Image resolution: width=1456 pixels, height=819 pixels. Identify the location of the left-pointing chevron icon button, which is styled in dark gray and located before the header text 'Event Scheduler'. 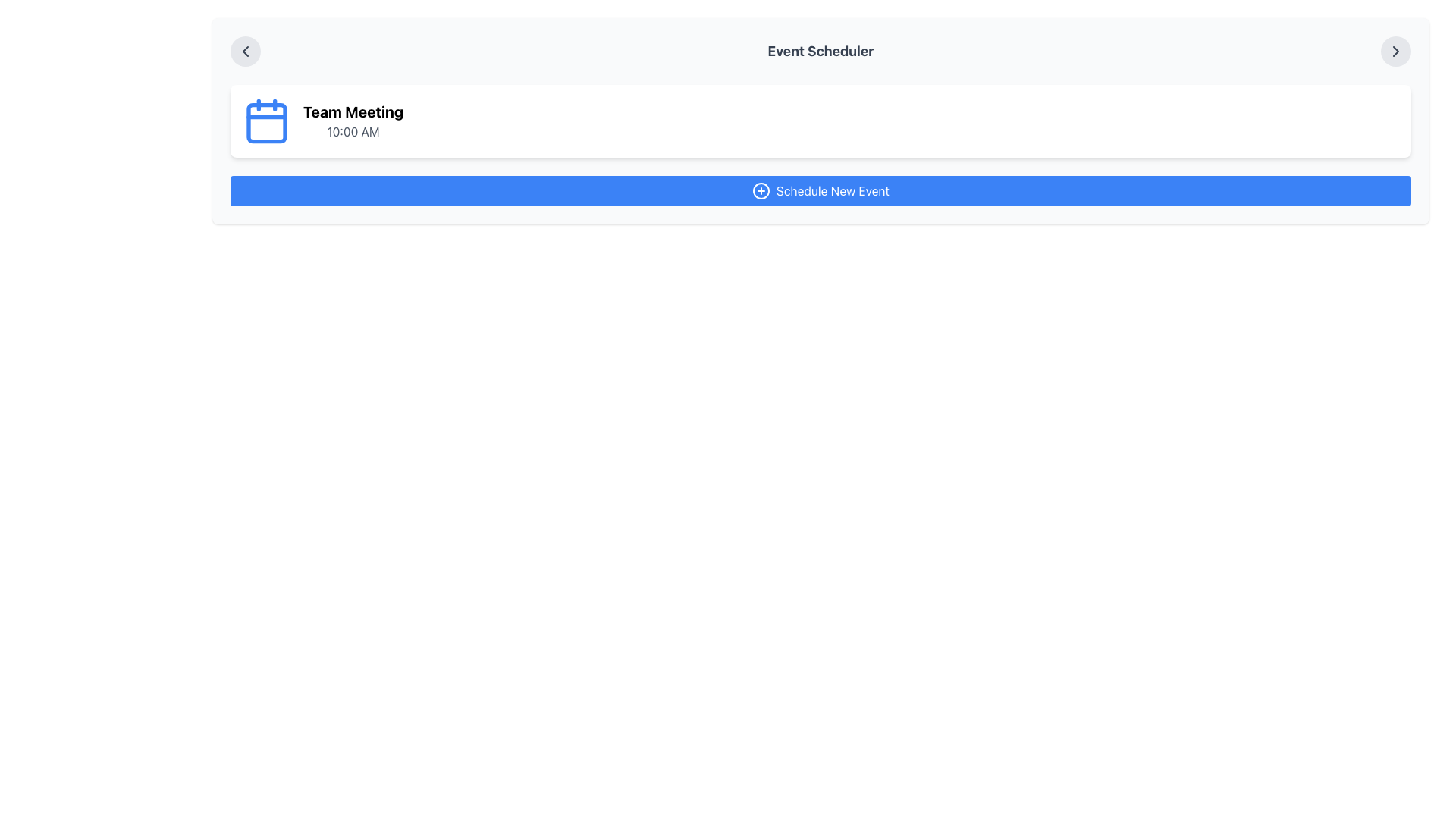
(246, 51).